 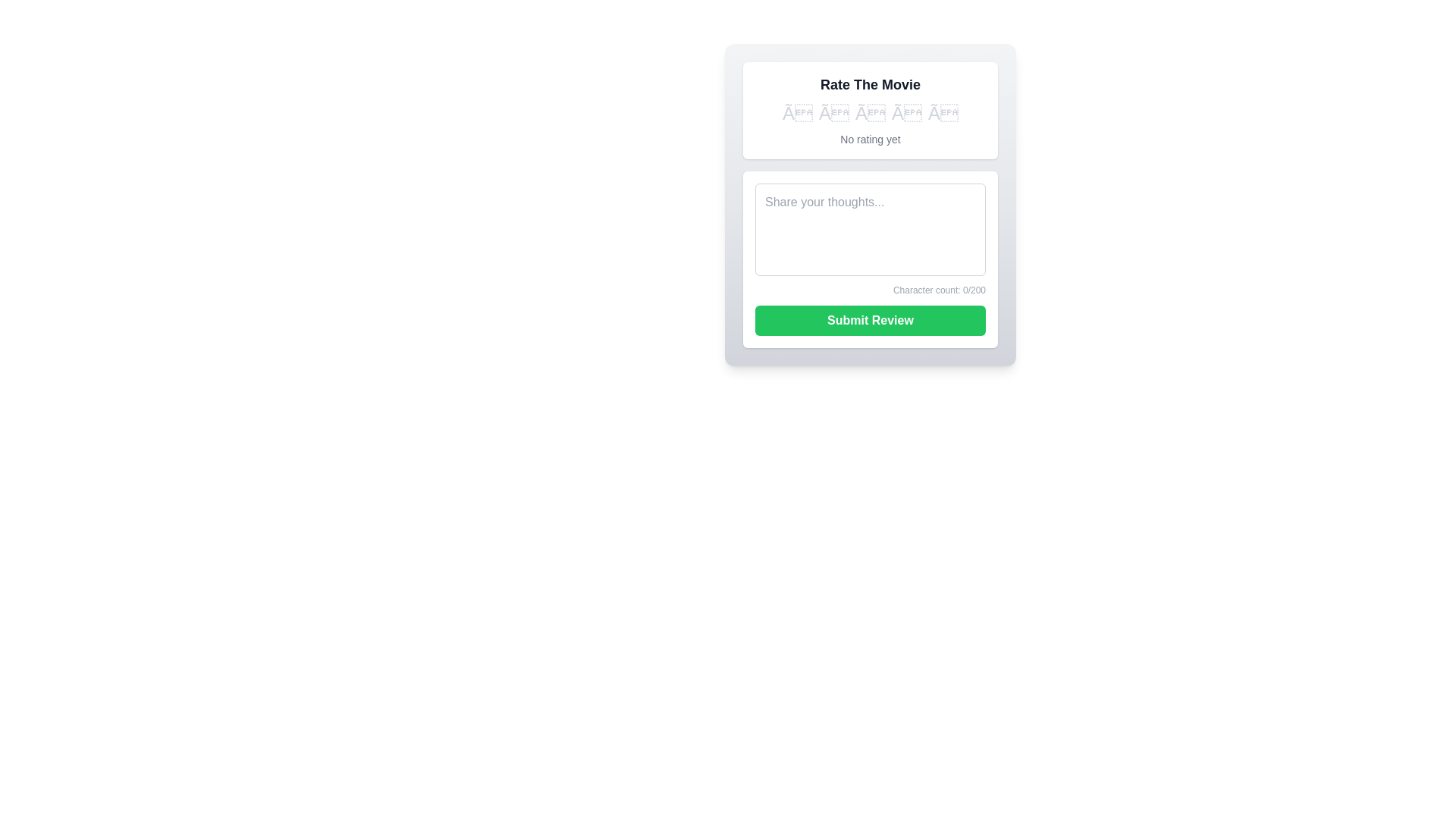 I want to click on the star corresponding to 5 to set the movie rating, so click(x=942, y=113).